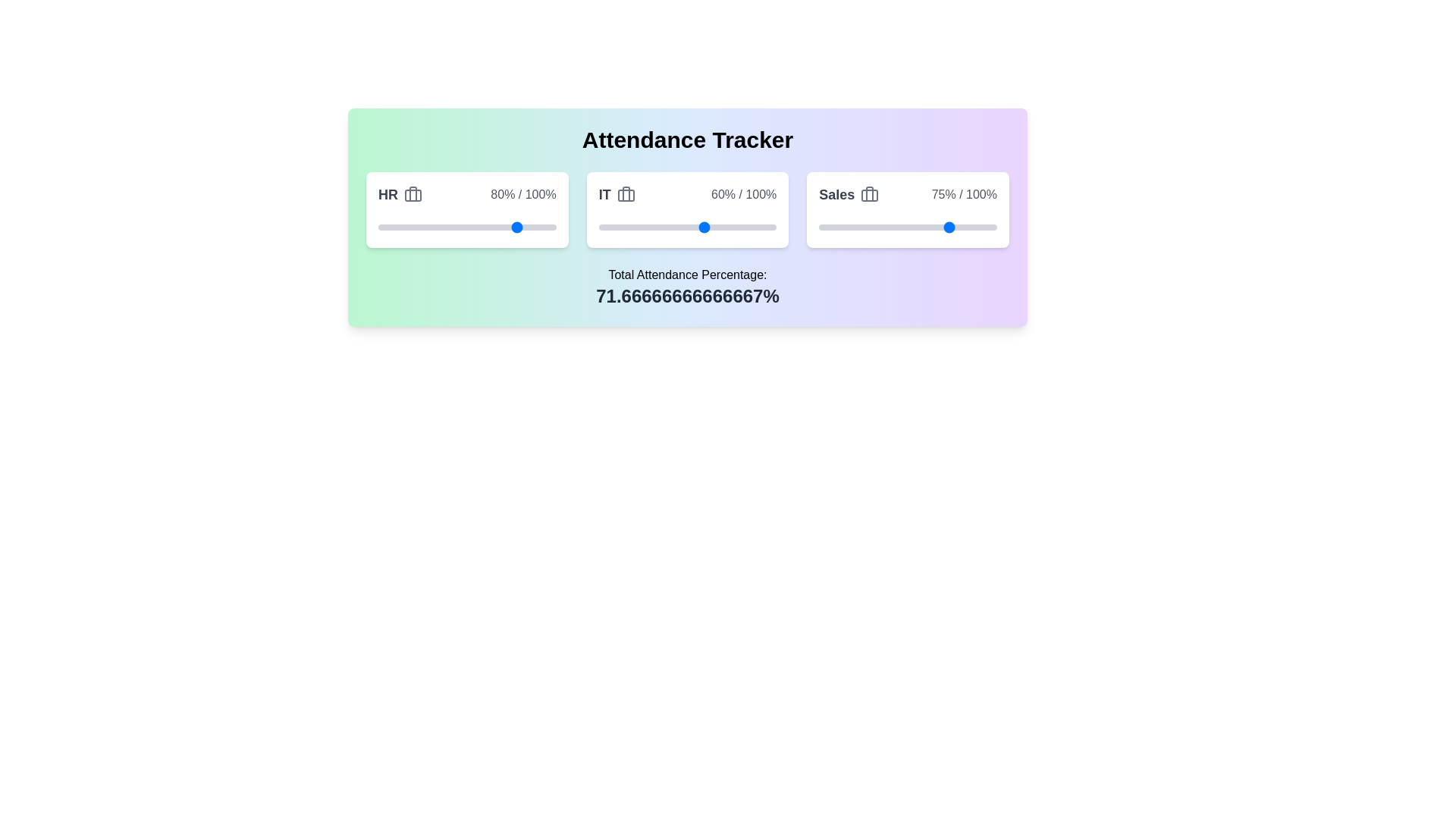 Image resolution: width=1456 pixels, height=819 pixels. I want to click on the slider's value, so click(969, 227).